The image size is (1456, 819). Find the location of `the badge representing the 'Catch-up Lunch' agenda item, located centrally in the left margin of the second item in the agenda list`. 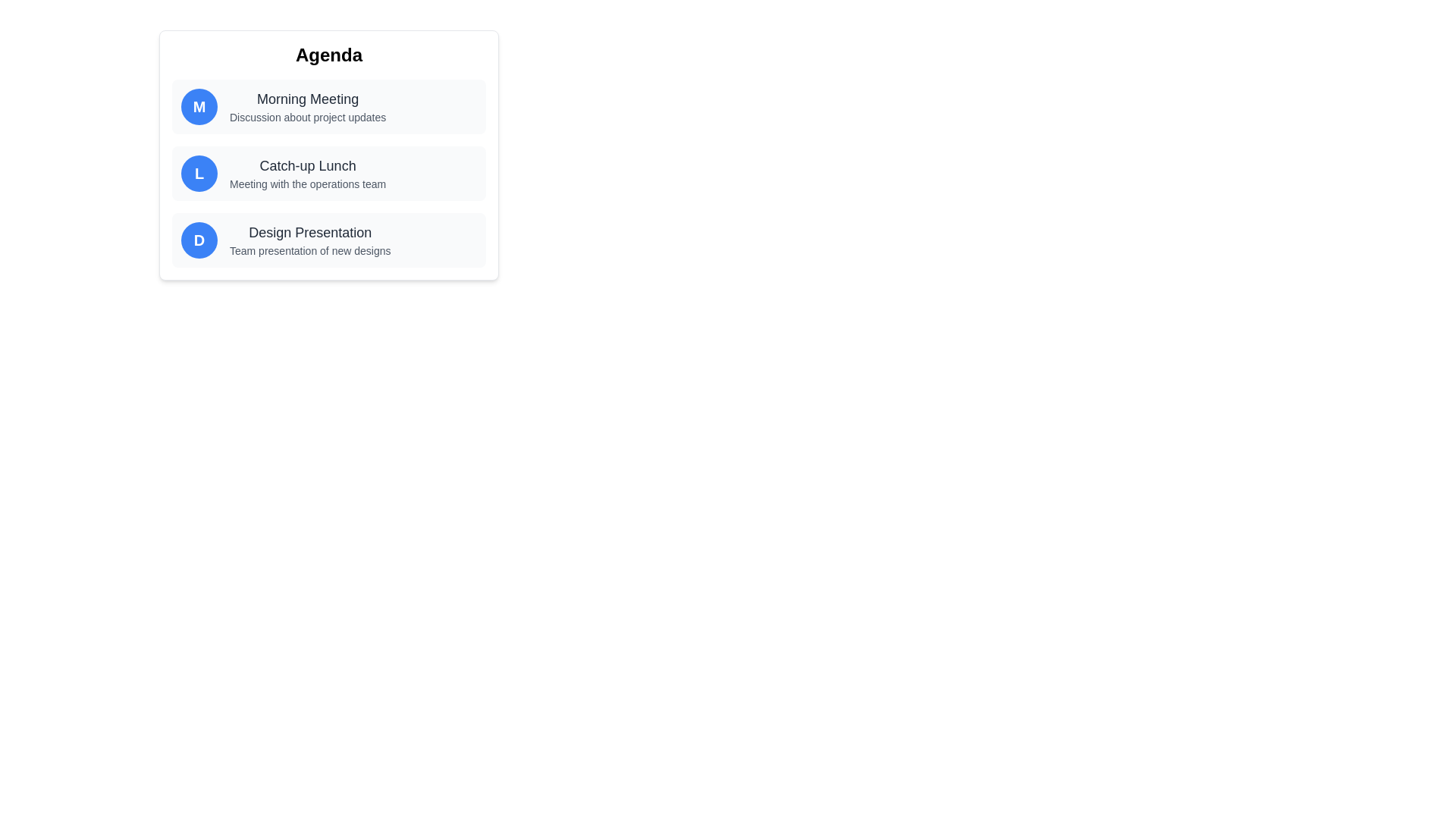

the badge representing the 'Catch-up Lunch' agenda item, located centrally in the left margin of the second item in the agenda list is located at coordinates (199, 172).